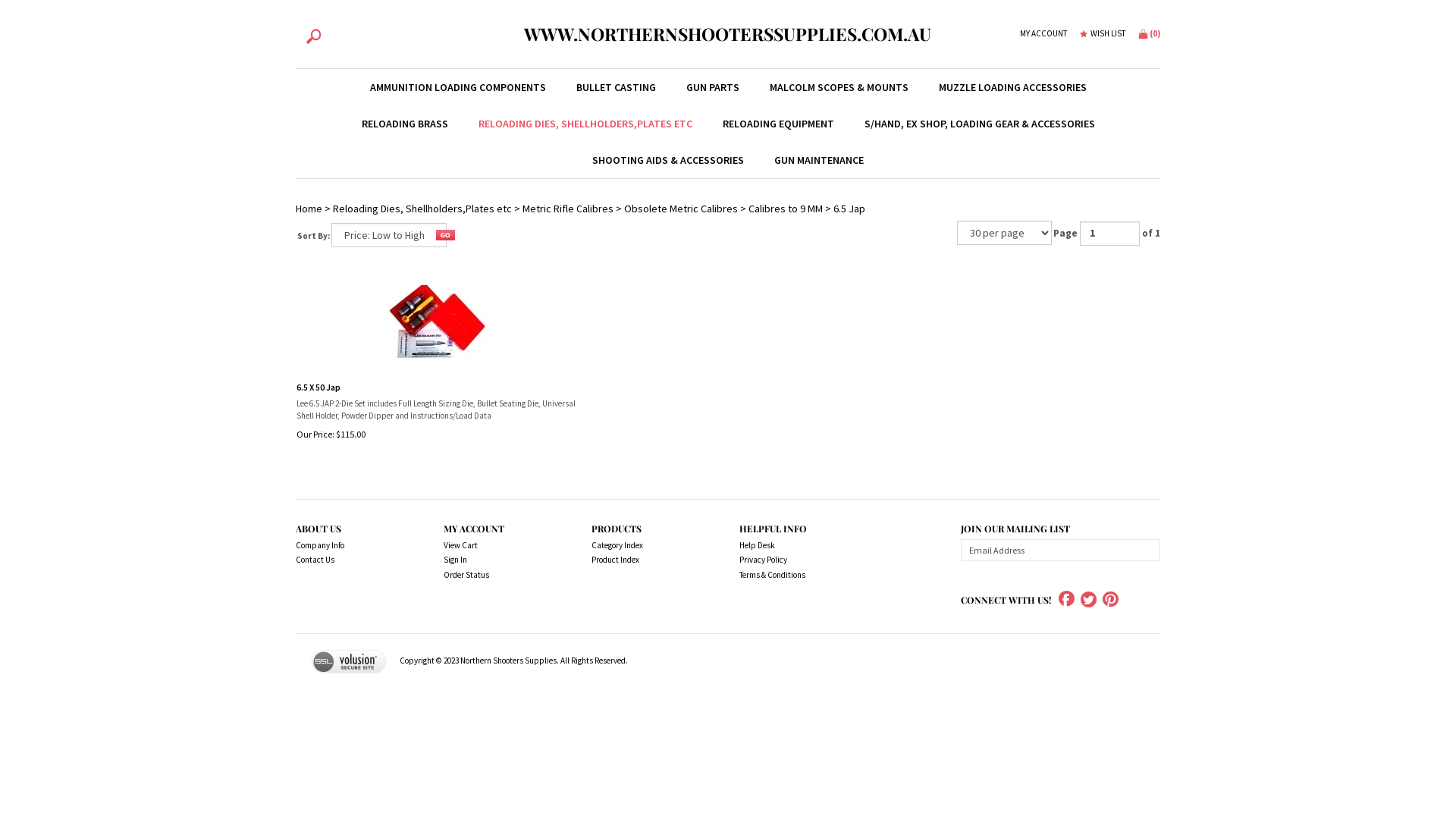  What do you see at coordinates (1145, 550) in the screenshot?
I see `'Subscribe'` at bounding box center [1145, 550].